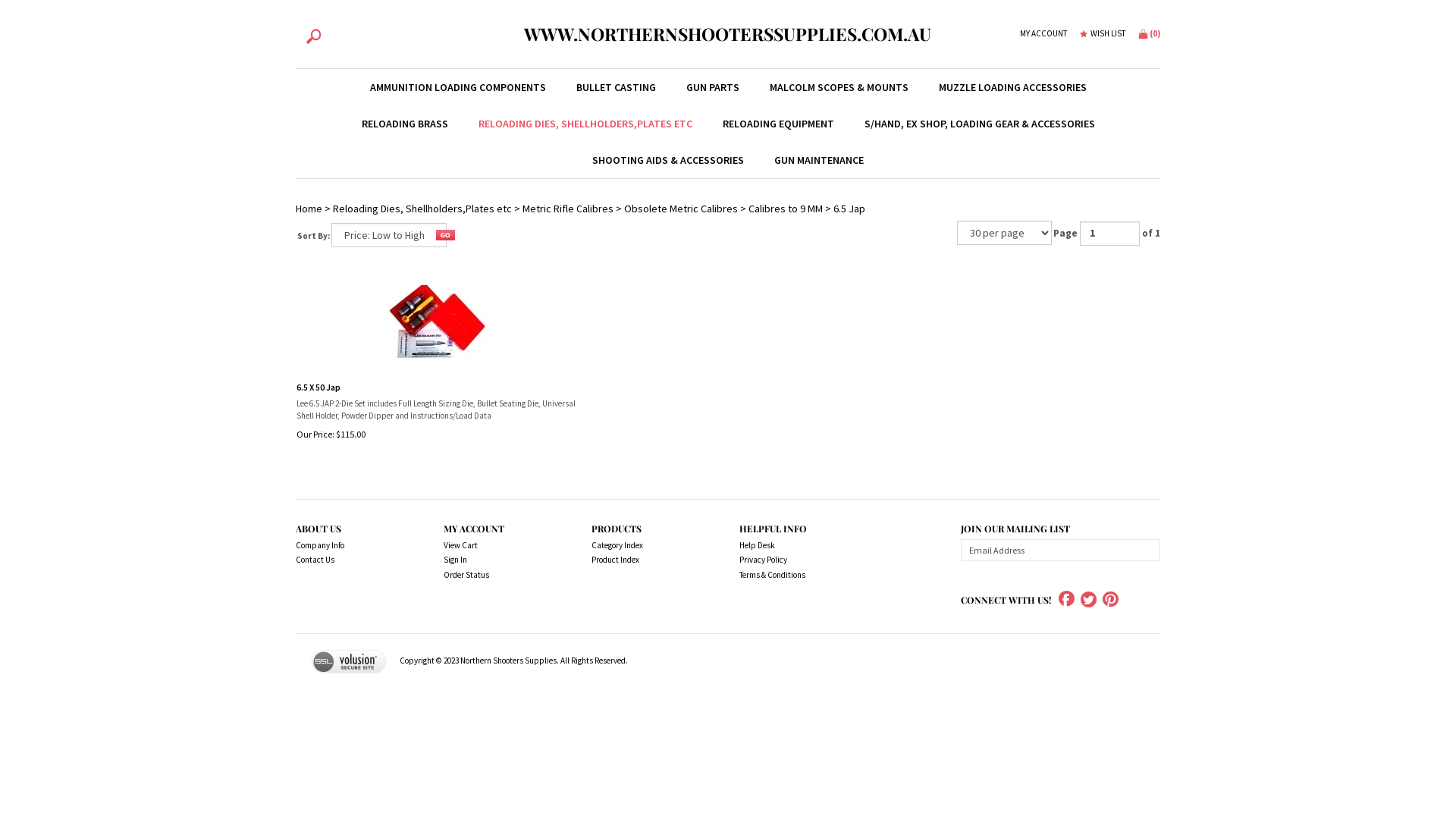  What do you see at coordinates (1145, 550) in the screenshot?
I see `'Subscribe'` at bounding box center [1145, 550].